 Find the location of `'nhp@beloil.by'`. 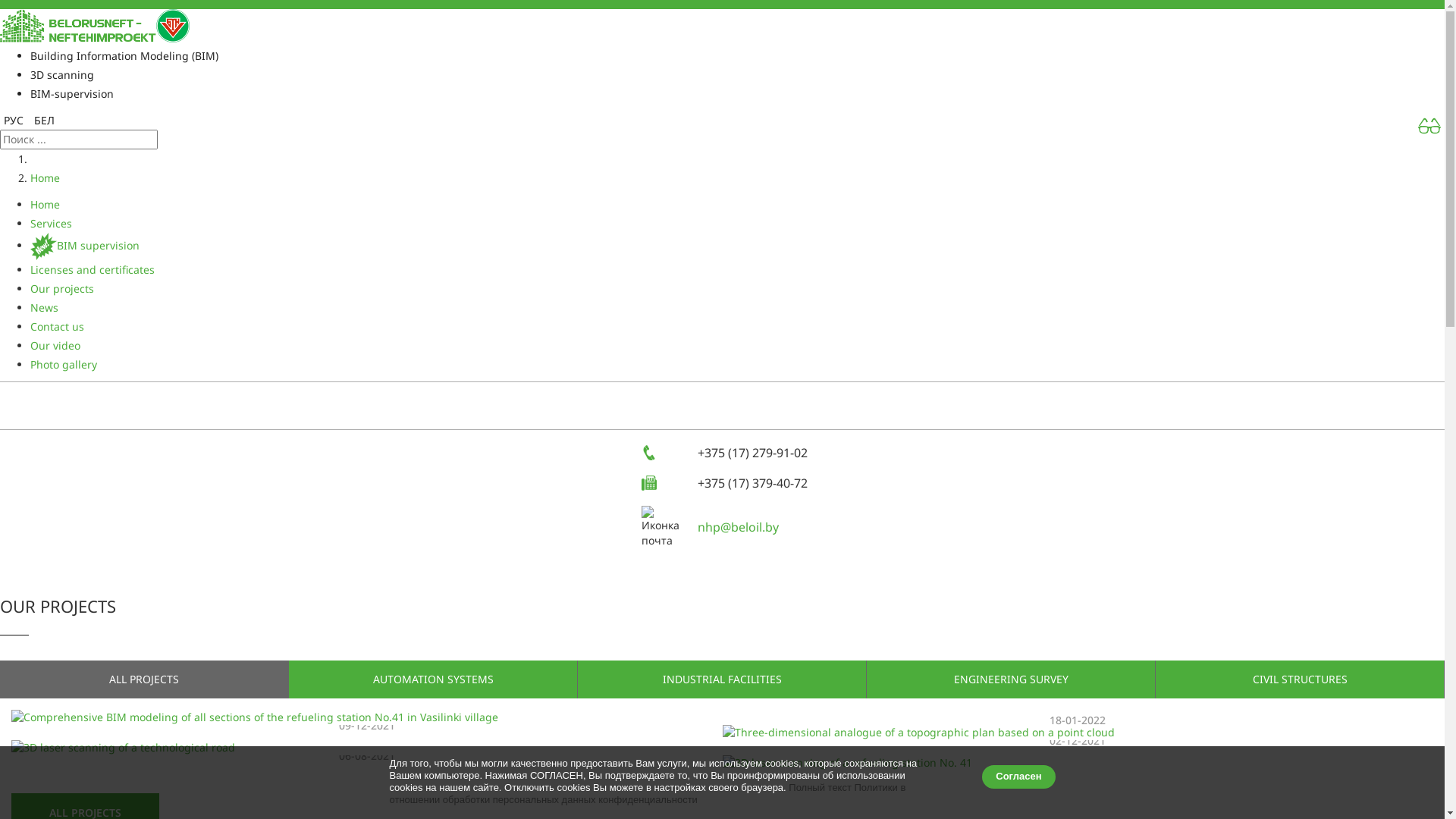

'nhp@beloil.by' is located at coordinates (697, 526).